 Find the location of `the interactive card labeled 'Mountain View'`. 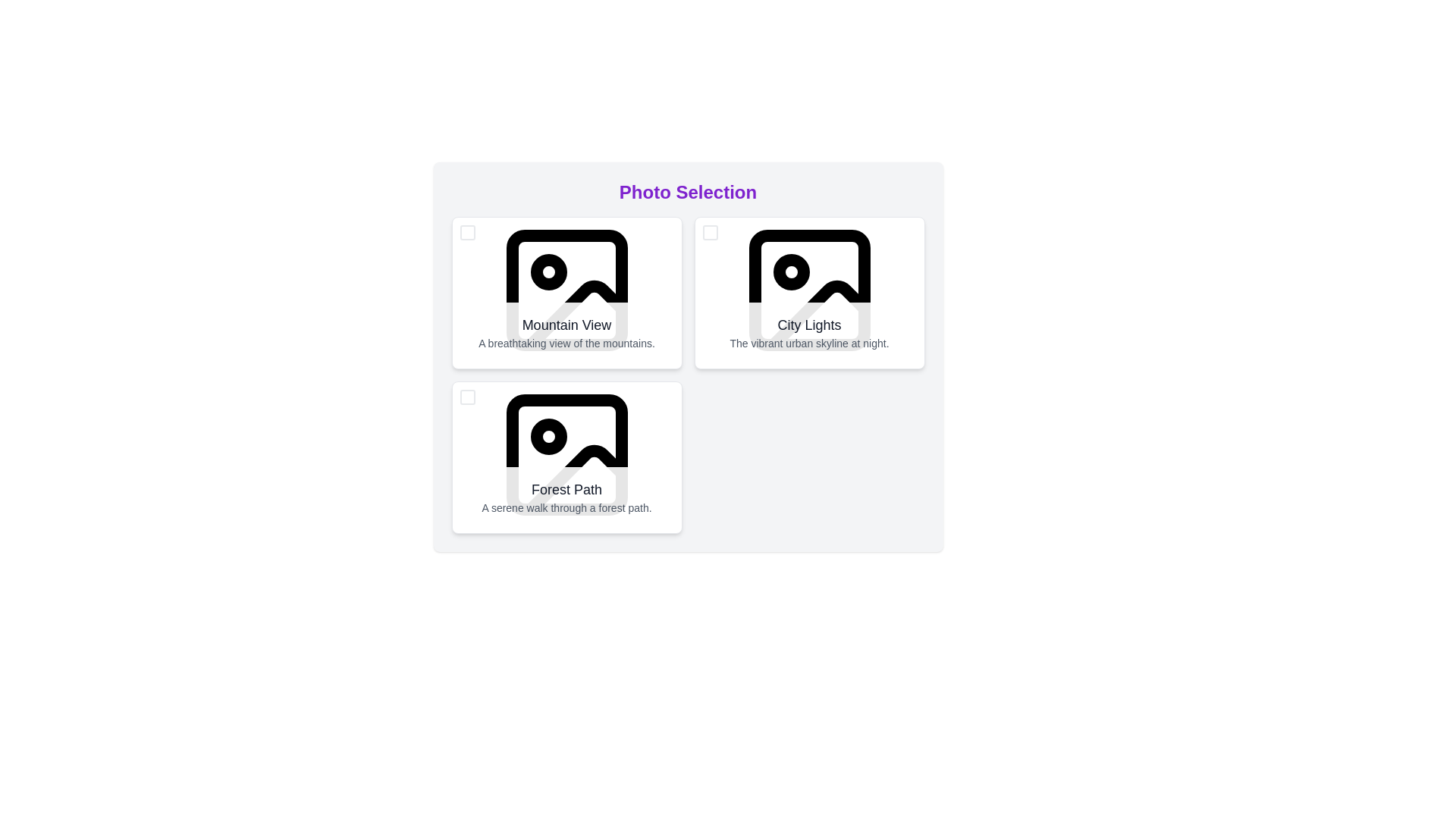

the interactive card labeled 'Mountain View' is located at coordinates (566, 290).